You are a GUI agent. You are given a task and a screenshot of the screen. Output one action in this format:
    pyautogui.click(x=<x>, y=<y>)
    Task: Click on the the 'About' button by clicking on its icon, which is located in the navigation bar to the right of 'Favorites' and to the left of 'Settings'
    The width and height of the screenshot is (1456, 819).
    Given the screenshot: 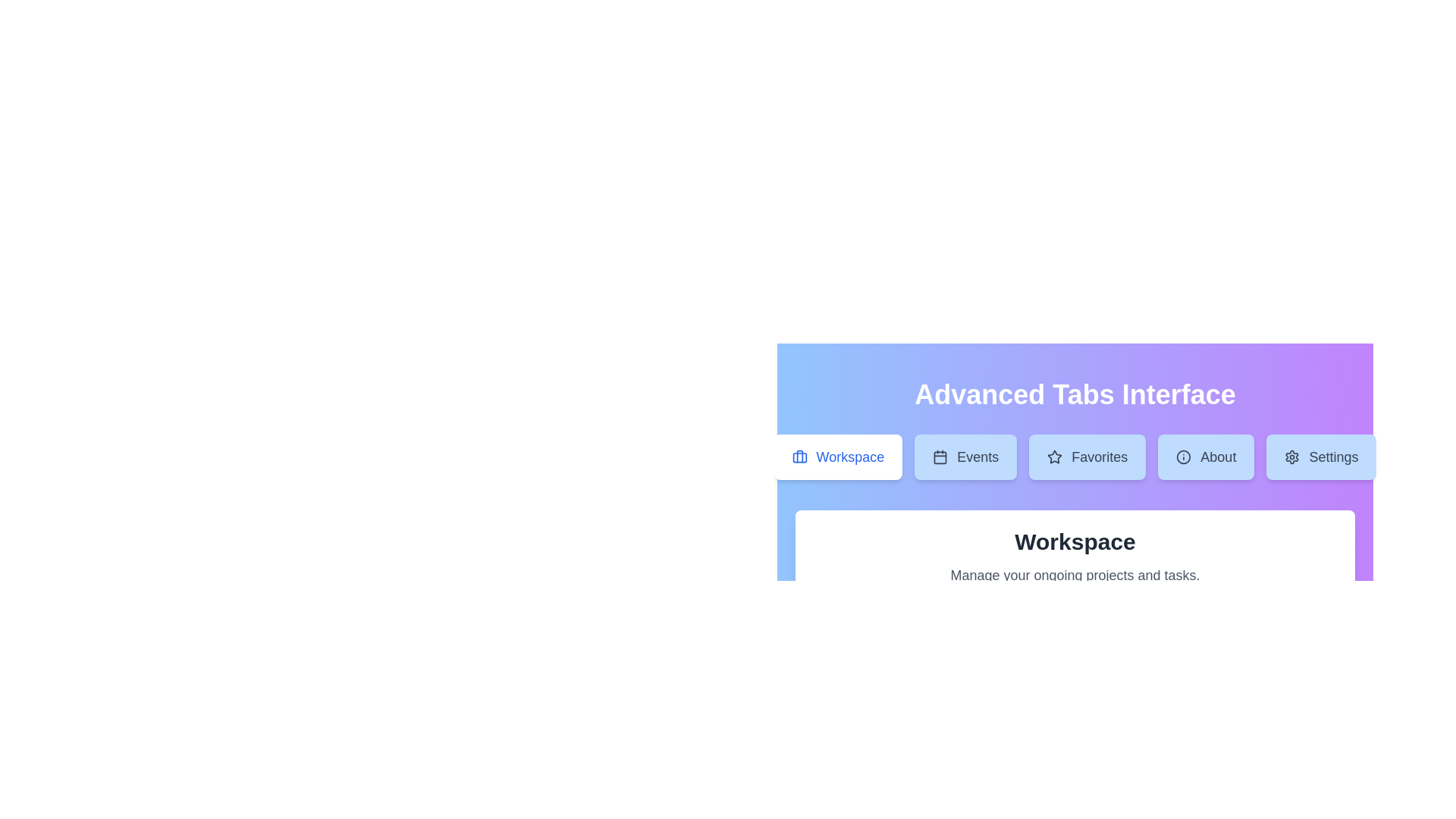 What is the action you would take?
    pyautogui.click(x=1183, y=456)
    